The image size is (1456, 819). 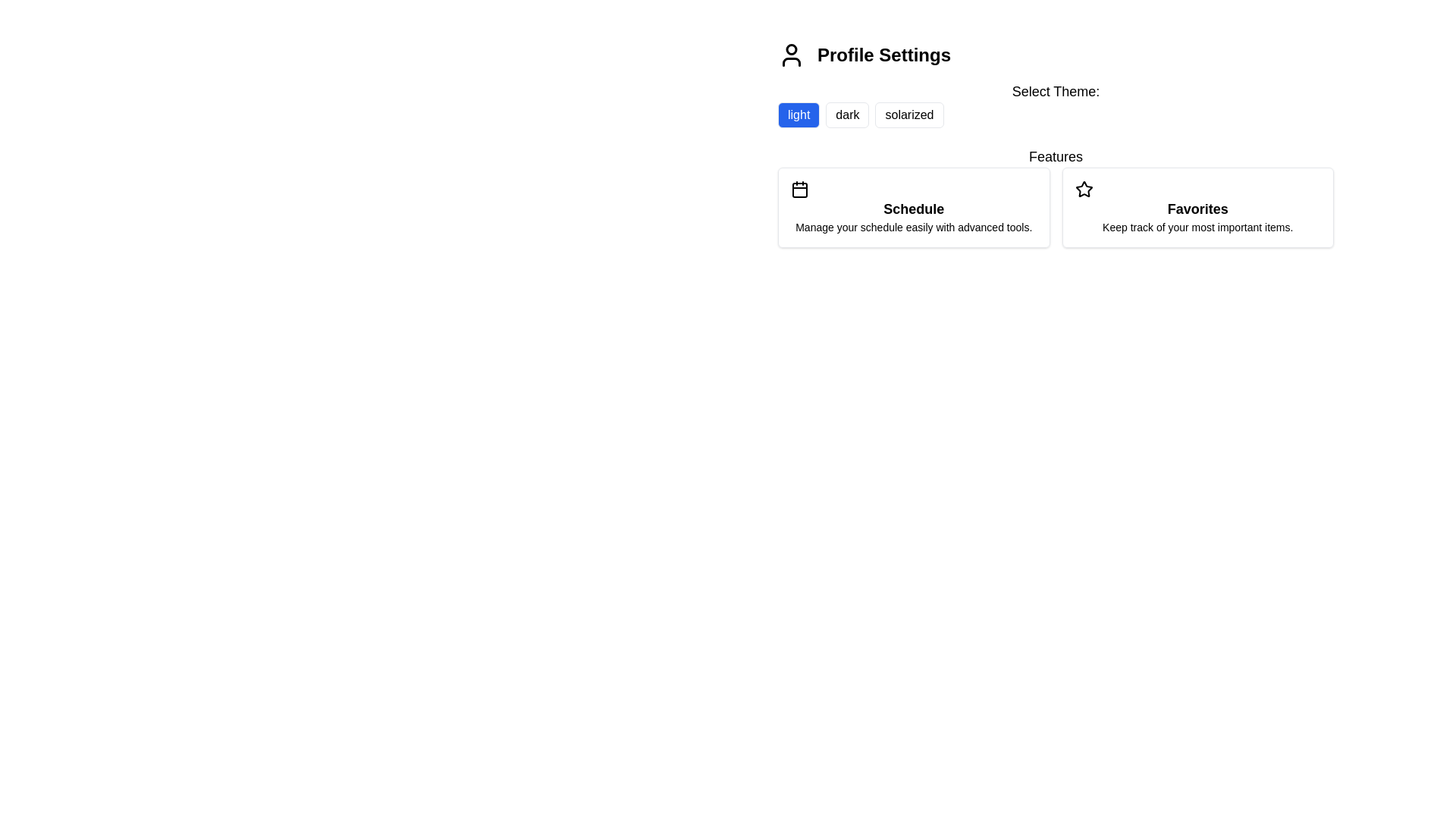 What do you see at coordinates (798, 114) in the screenshot?
I see `the leftmost button labeled 'light' with a blue background` at bounding box center [798, 114].